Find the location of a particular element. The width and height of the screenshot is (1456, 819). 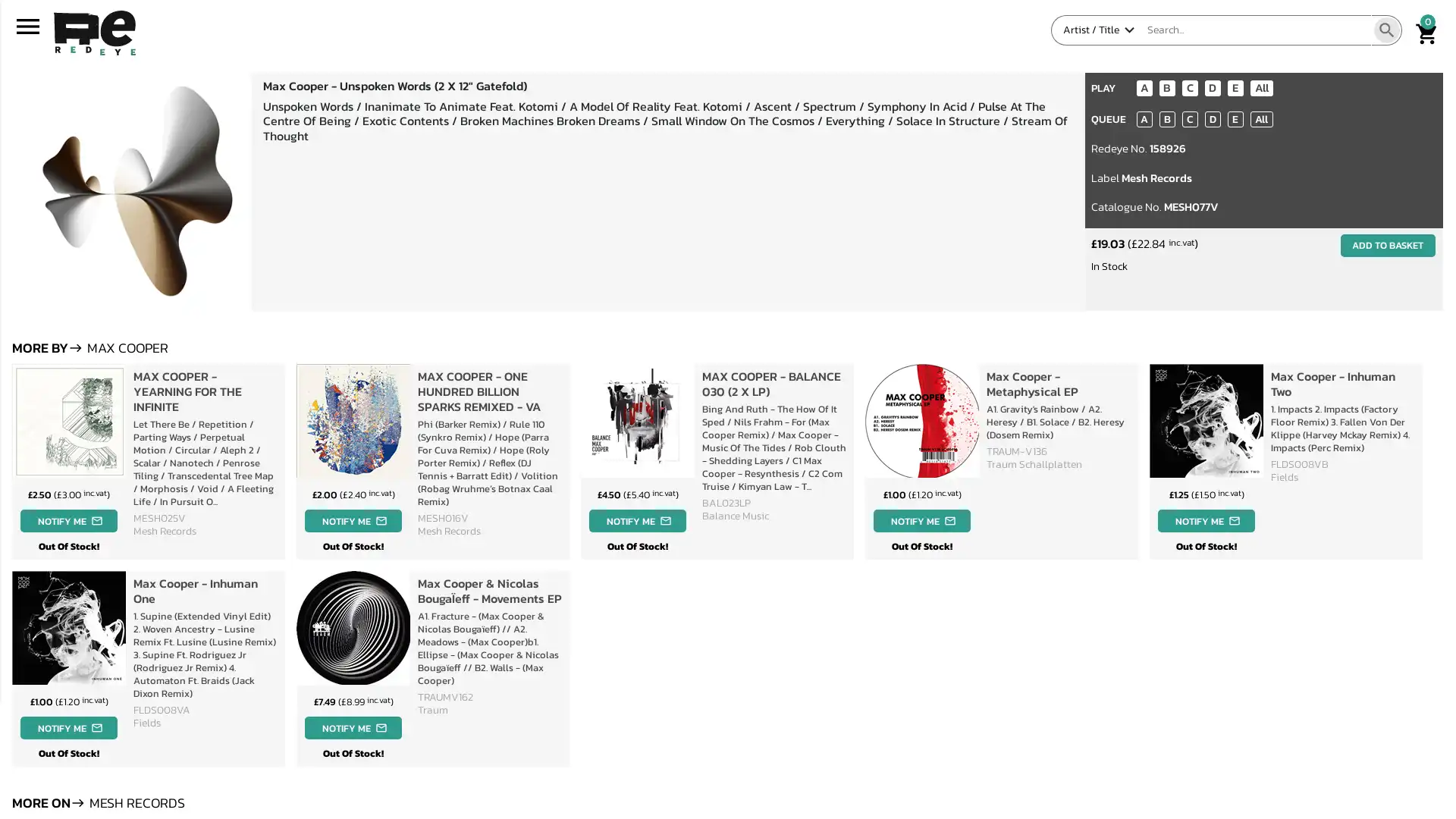

NOTIFY ME mail_outline is located at coordinates (637, 519).